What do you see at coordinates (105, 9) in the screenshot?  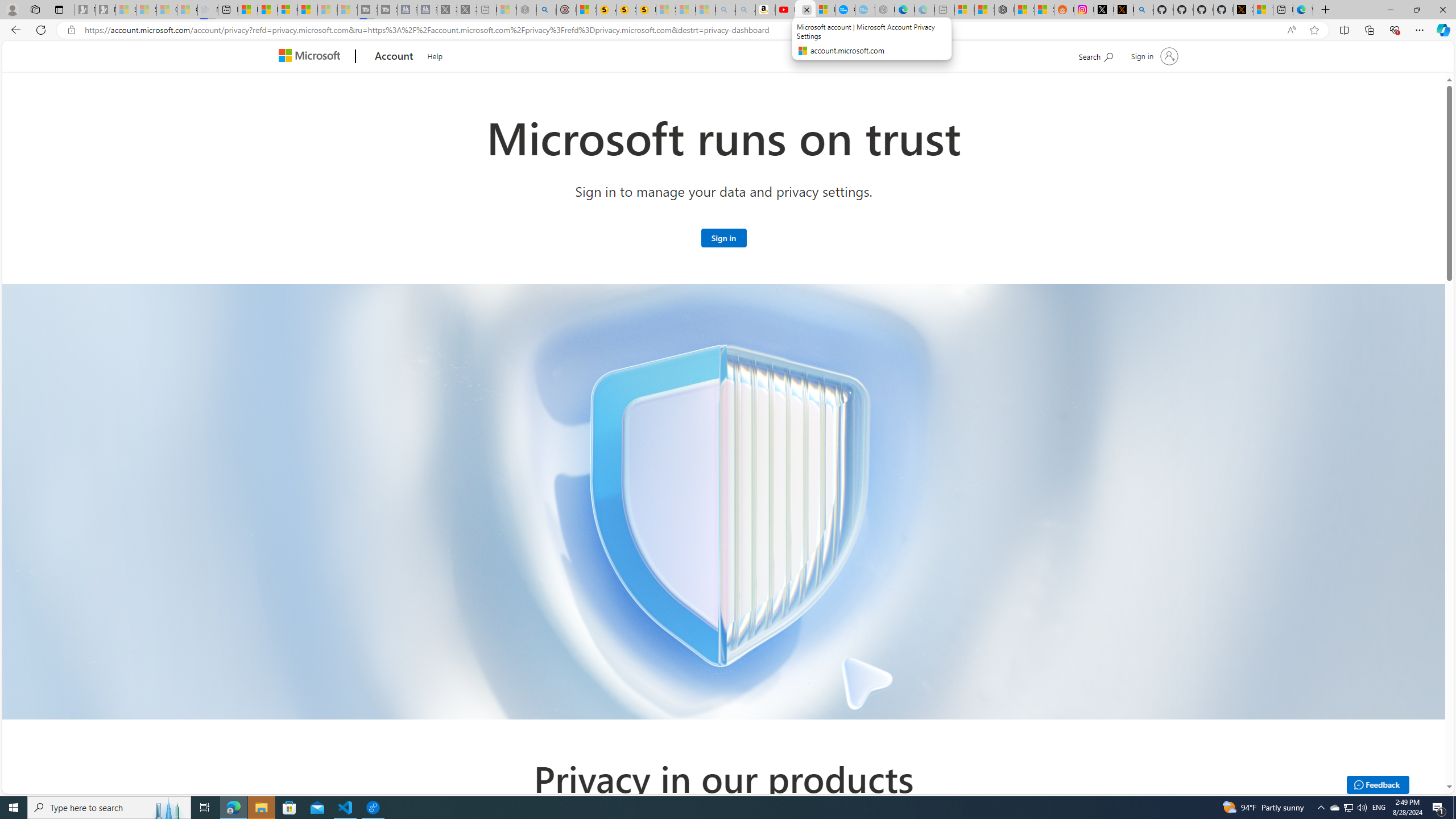 I see `'Newsletter Sign Up - Sleeping'` at bounding box center [105, 9].